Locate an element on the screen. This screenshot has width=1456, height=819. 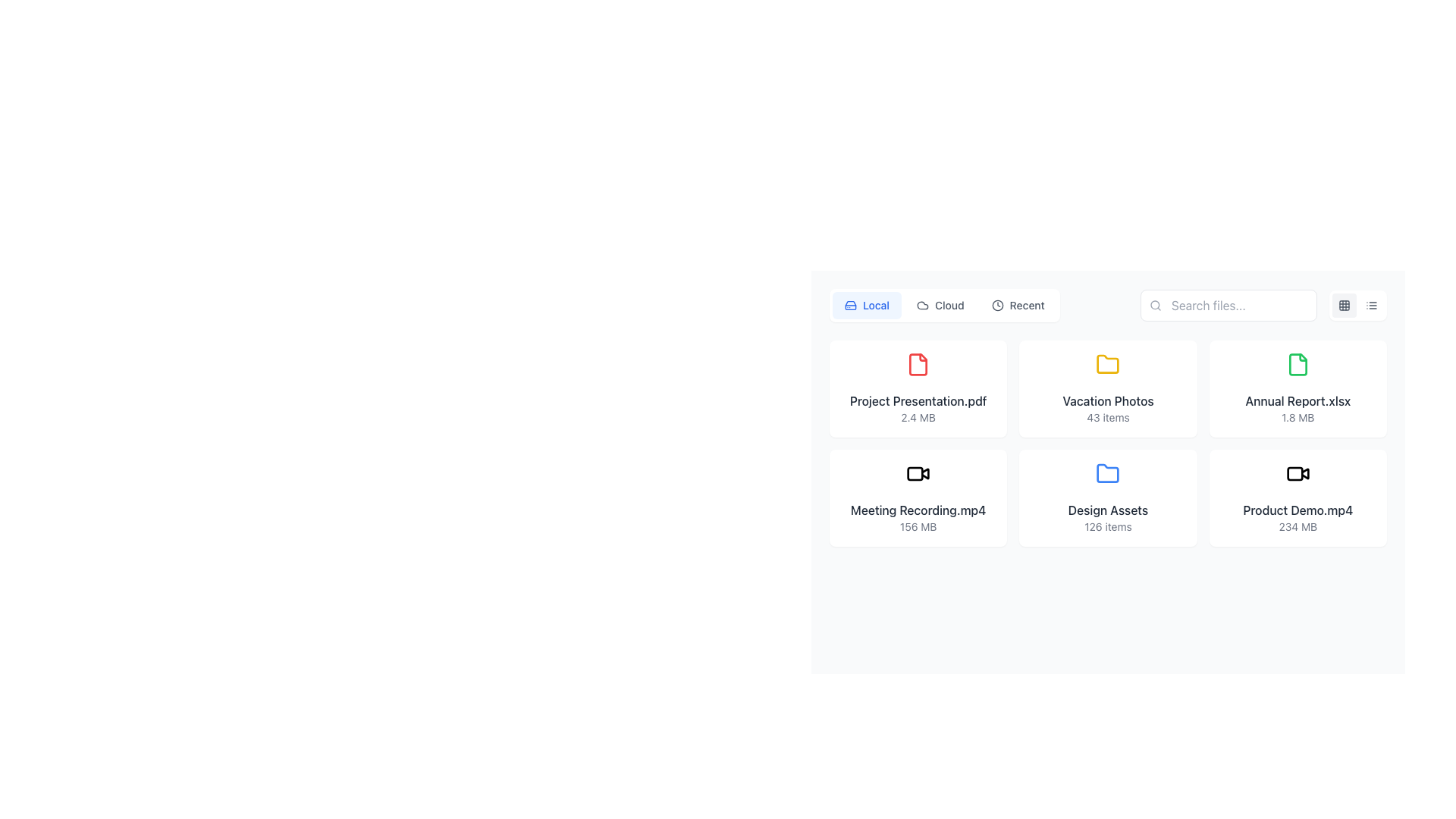
the search icon located in the top-right corner of the text input field labeled 'Search files...' is located at coordinates (1154, 305).